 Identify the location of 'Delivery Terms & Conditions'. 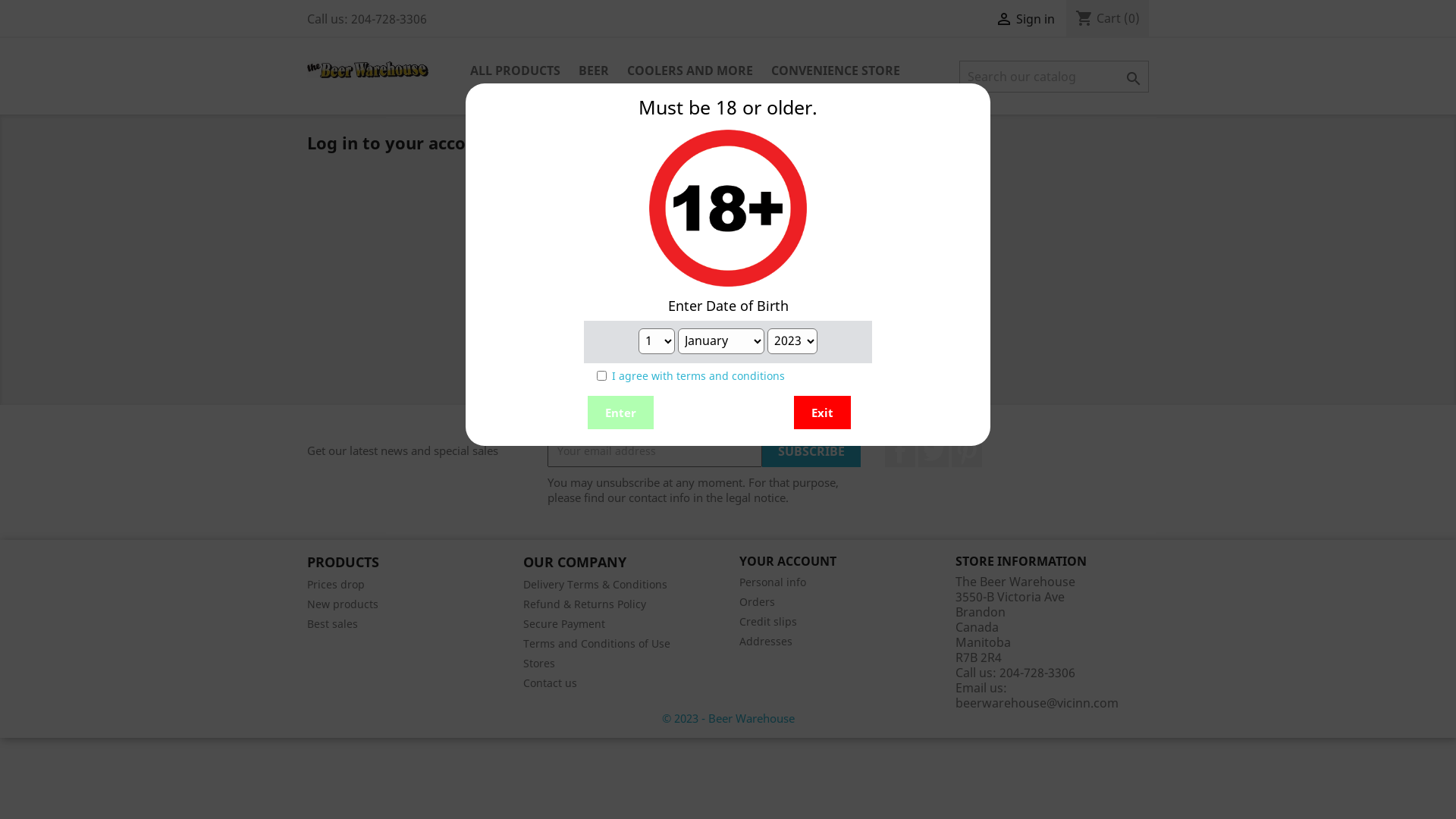
(595, 583).